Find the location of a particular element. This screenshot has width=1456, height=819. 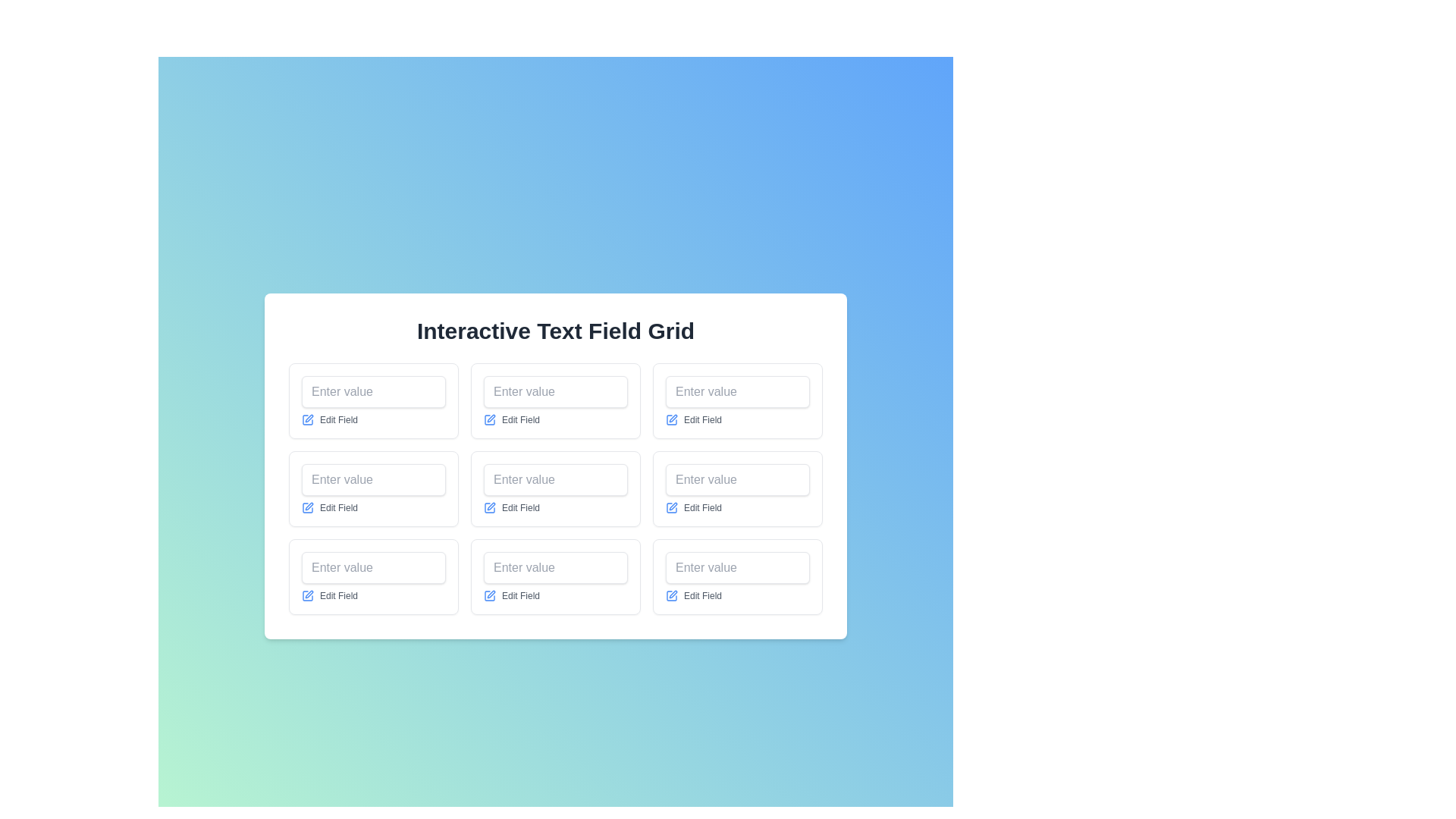

the blue pen icon that is part of the 'Edit Field' button, located next to the text label within the grid layout is located at coordinates (671, 420).